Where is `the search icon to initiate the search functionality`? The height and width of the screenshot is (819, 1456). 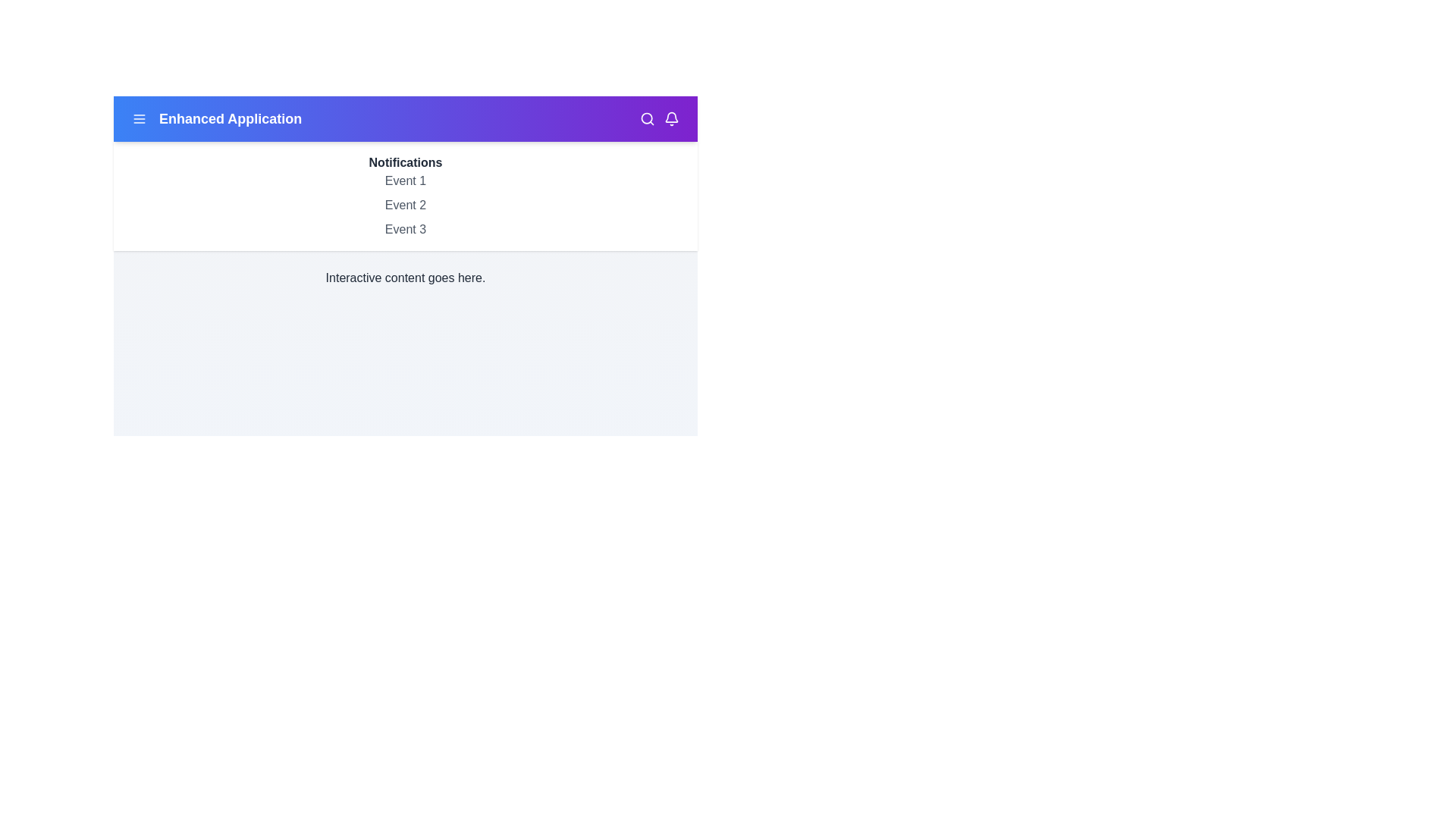 the search icon to initiate the search functionality is located at coordinates (648, 118).